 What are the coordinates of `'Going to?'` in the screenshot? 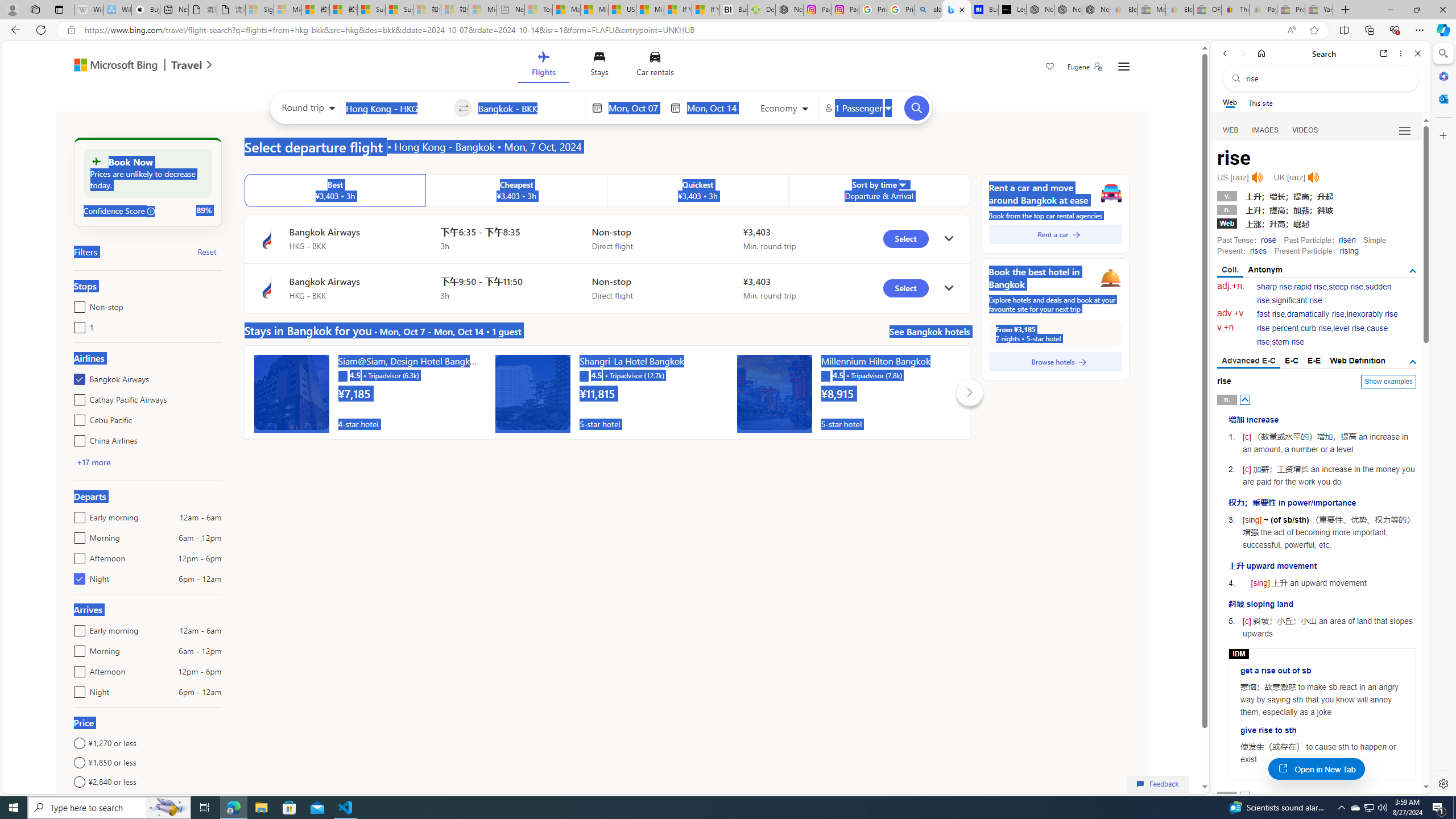 It's located at (528, 107).